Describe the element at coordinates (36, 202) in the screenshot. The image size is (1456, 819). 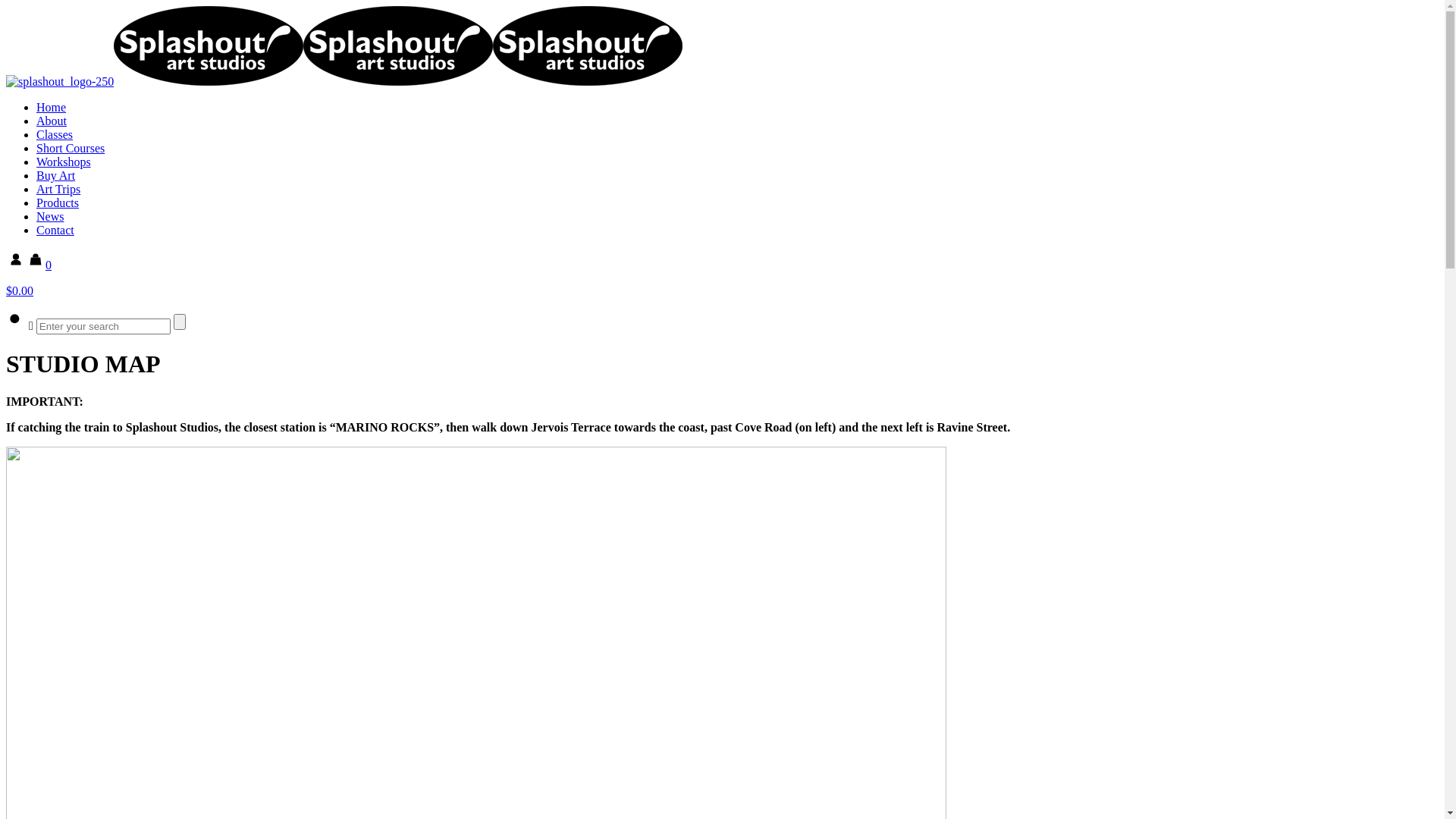
I see `'Products'` at that location.